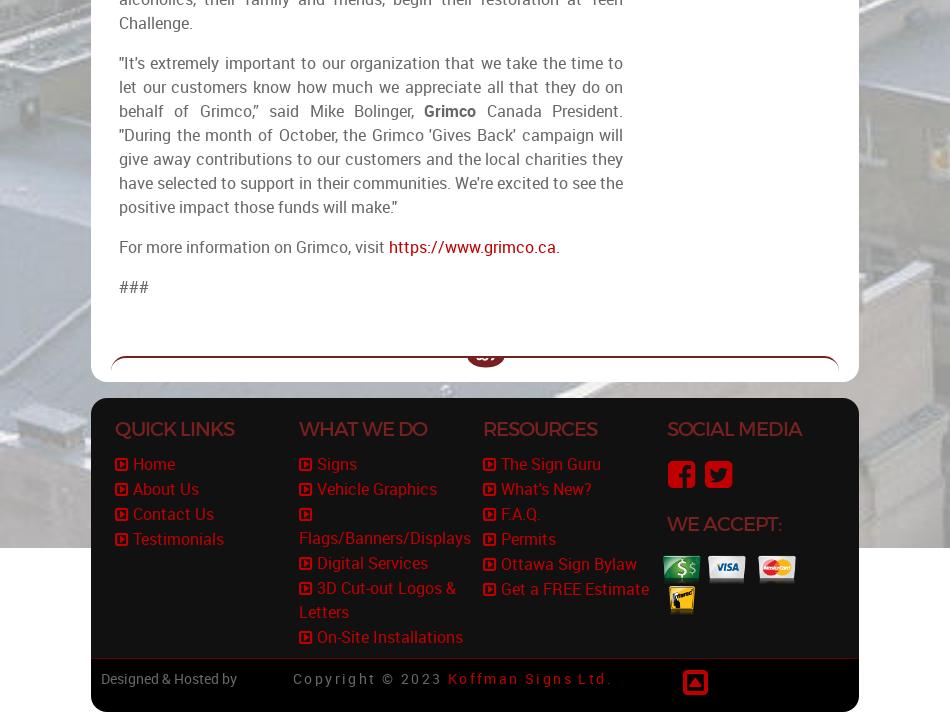 The image size is (950, 726). Describe the element at coordinates (530, 678) in the screenshot. I see `'Koffman Signs Ltd.'` at that location.